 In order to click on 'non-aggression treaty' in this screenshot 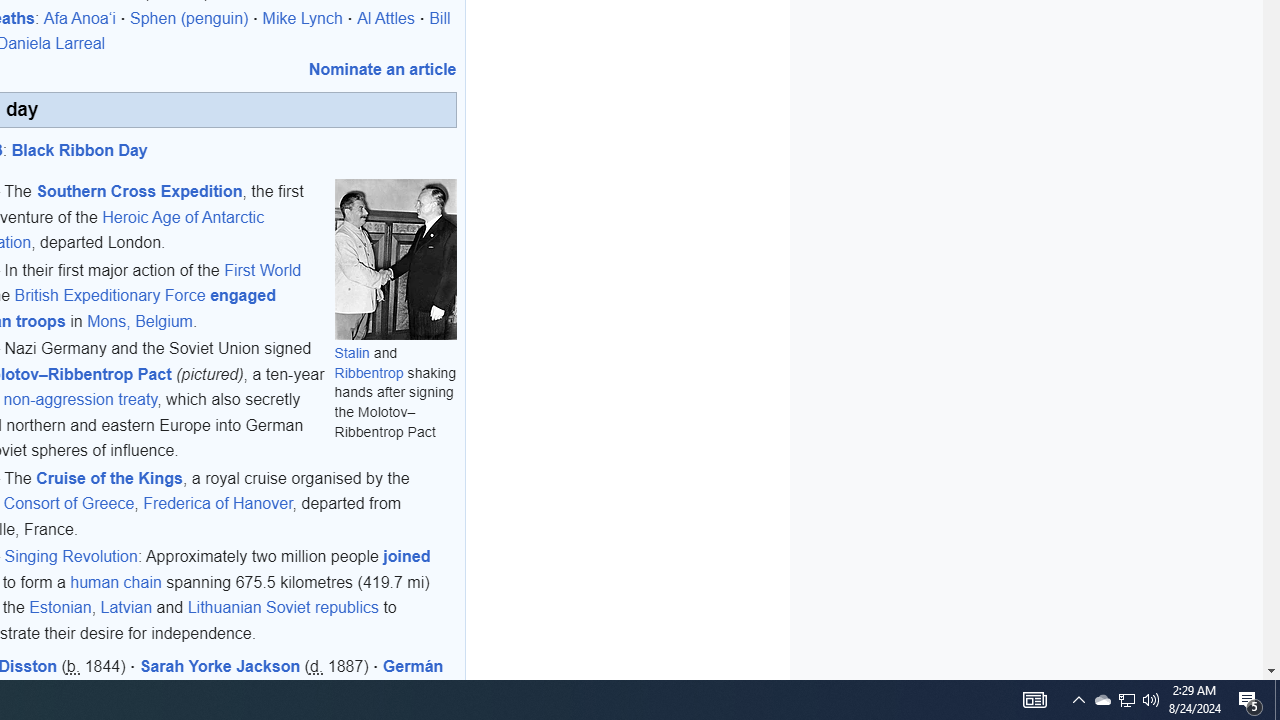, I will do `click(80, 399)`.